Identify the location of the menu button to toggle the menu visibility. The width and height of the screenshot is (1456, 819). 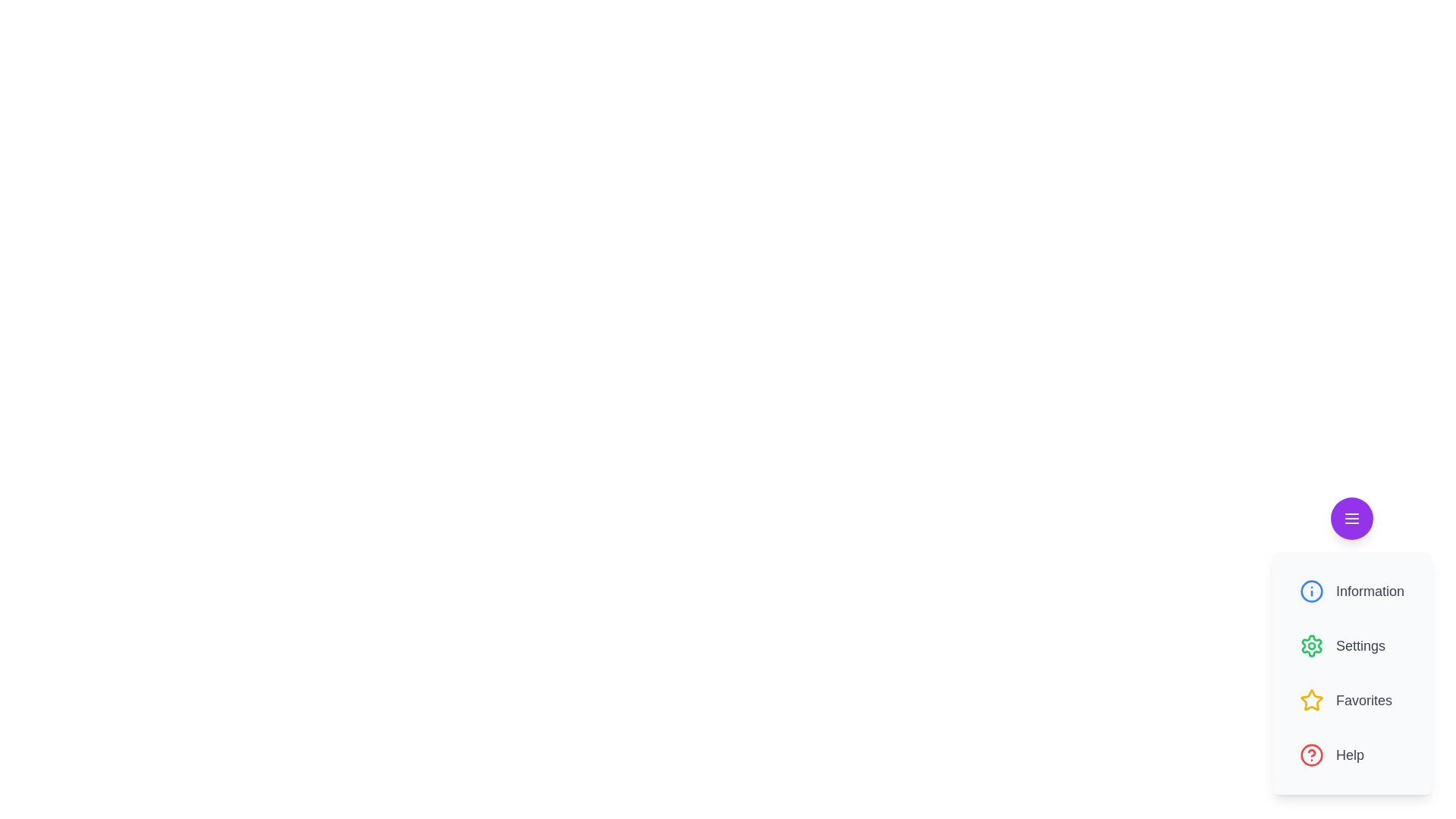
(1351, 517).